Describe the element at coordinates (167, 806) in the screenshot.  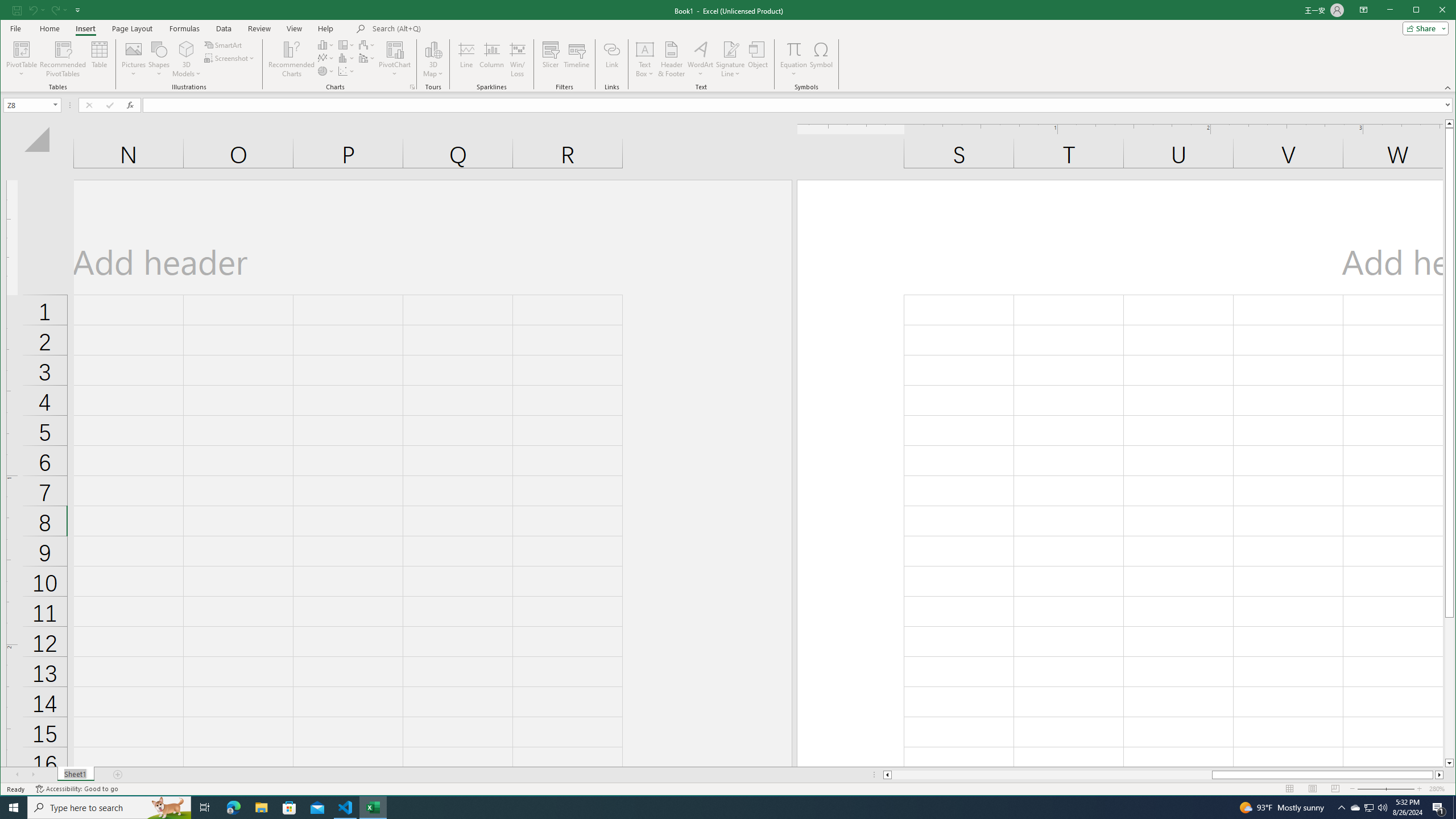
I see `'Search highlights icon opens search home window'` at that location.